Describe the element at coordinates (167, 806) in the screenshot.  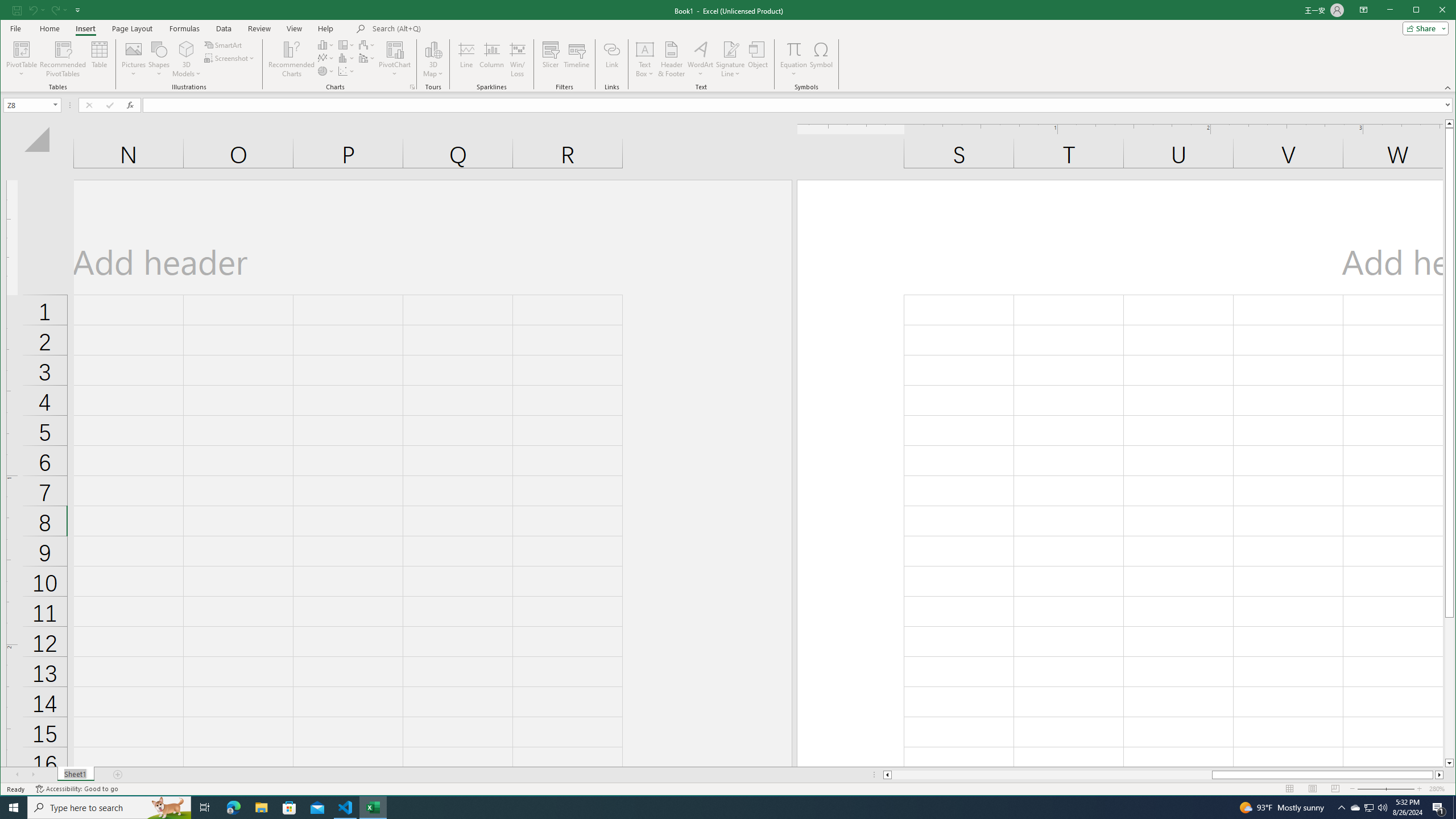
I see `'Search highlights icon opens search home window'` at that location.